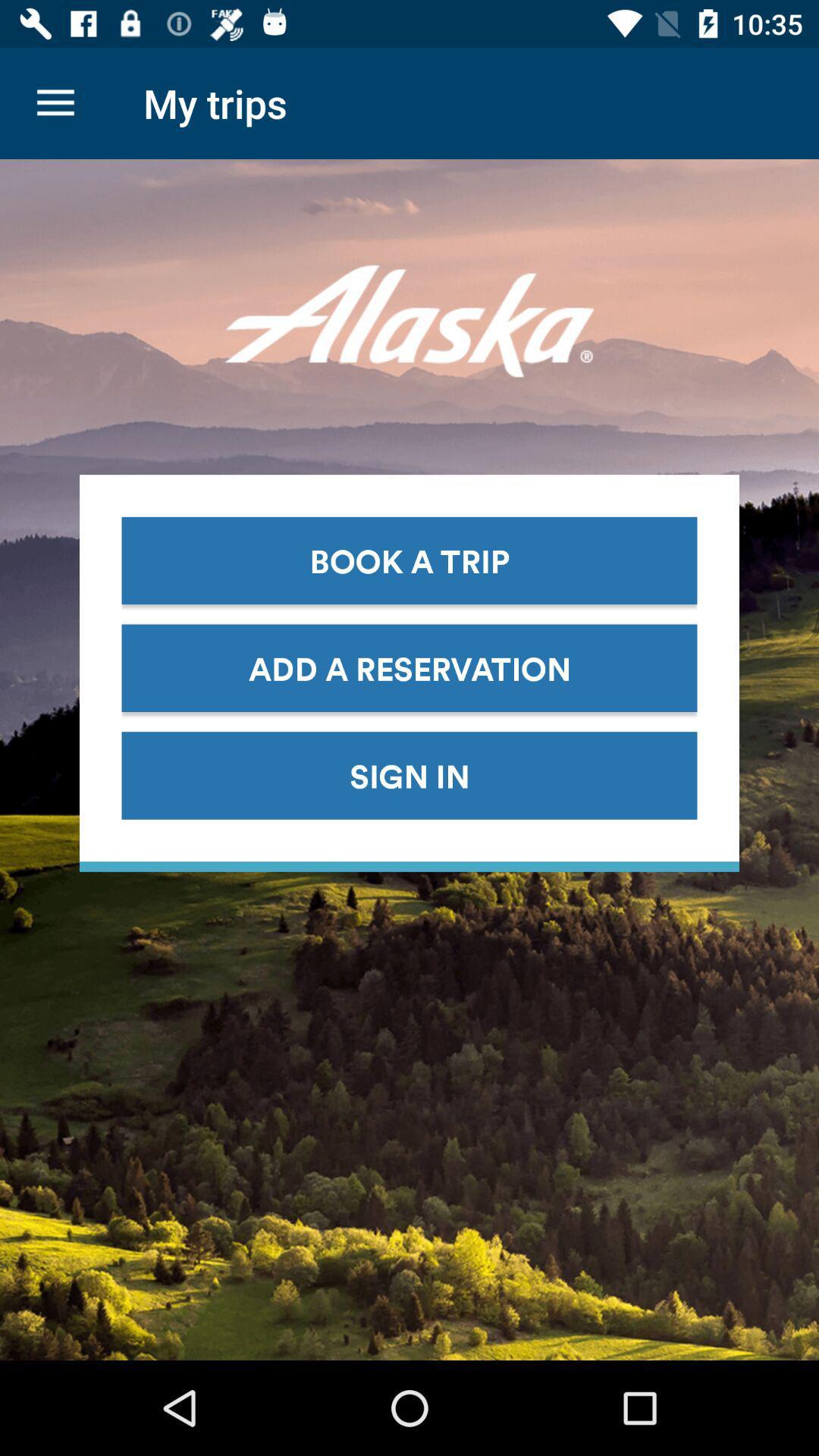 This screenshot has height=1456, width=819. What do you see at coordinates (409, 667) in the screenshot?
I see `the add a reservation icon` at bounding box center [409, 667].